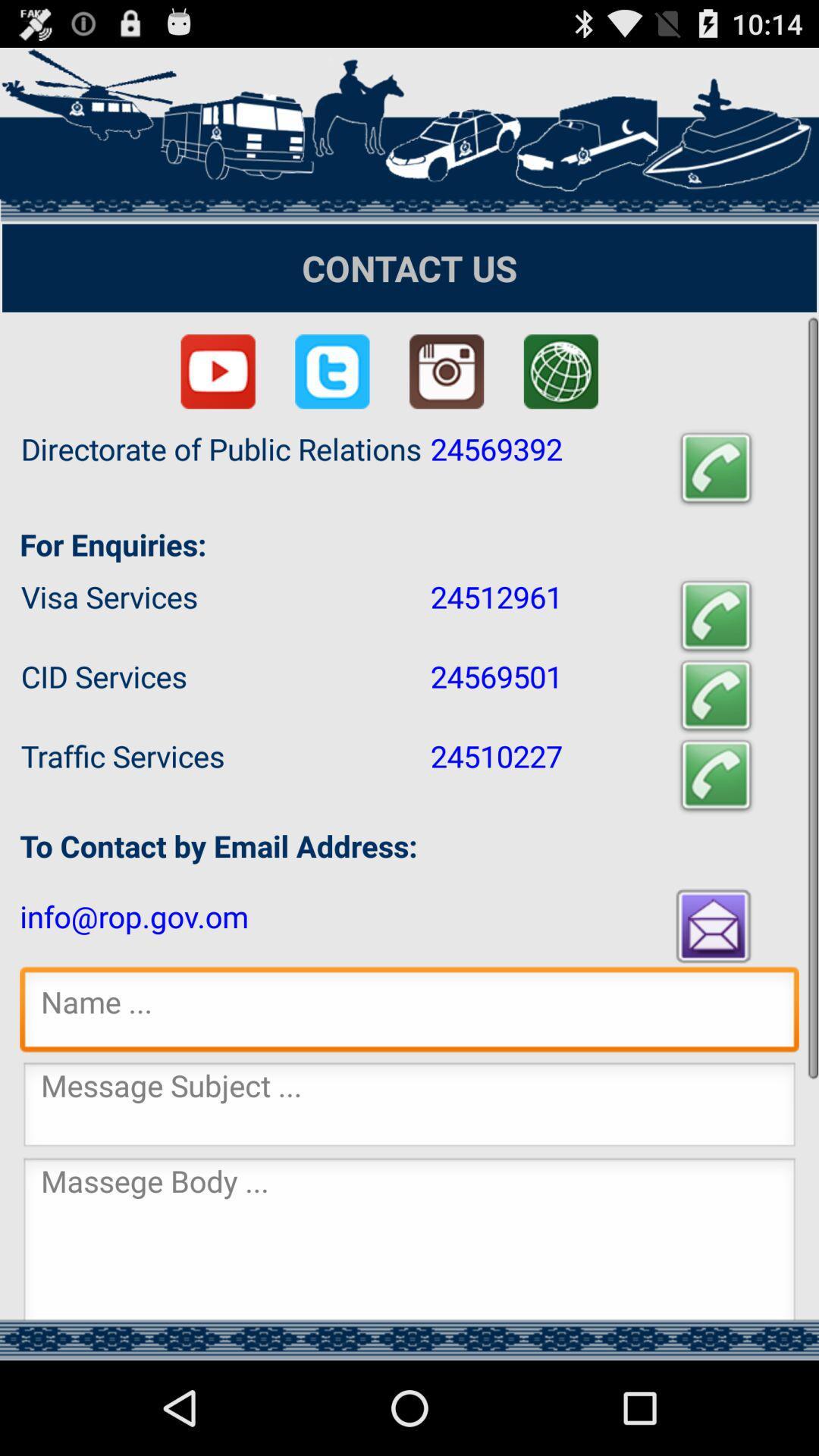 This screenshot has height=1456, width=819. Describe the element at coordinates (409, 1238) in the screenshot. I see `message text` at that location.